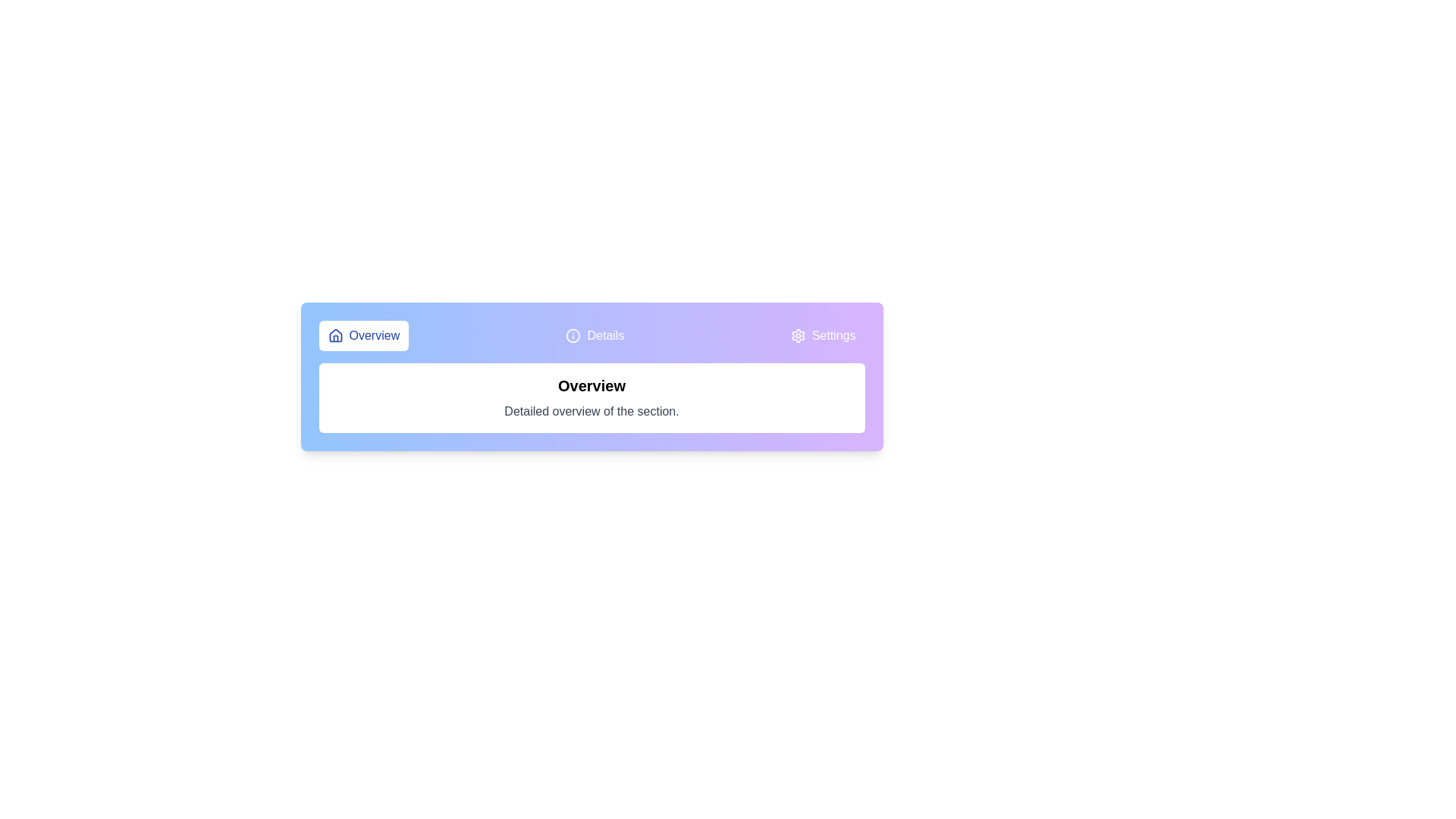 Image resolution: width=1456 pixels, height=819 pixels. What do you see at coordinates (591, 412) in the screenshot?
I see `the static text label displaying 'Detailed overview of the section.' which is located beneath the heading 'Overview.'` at bounding box center [591, 412].